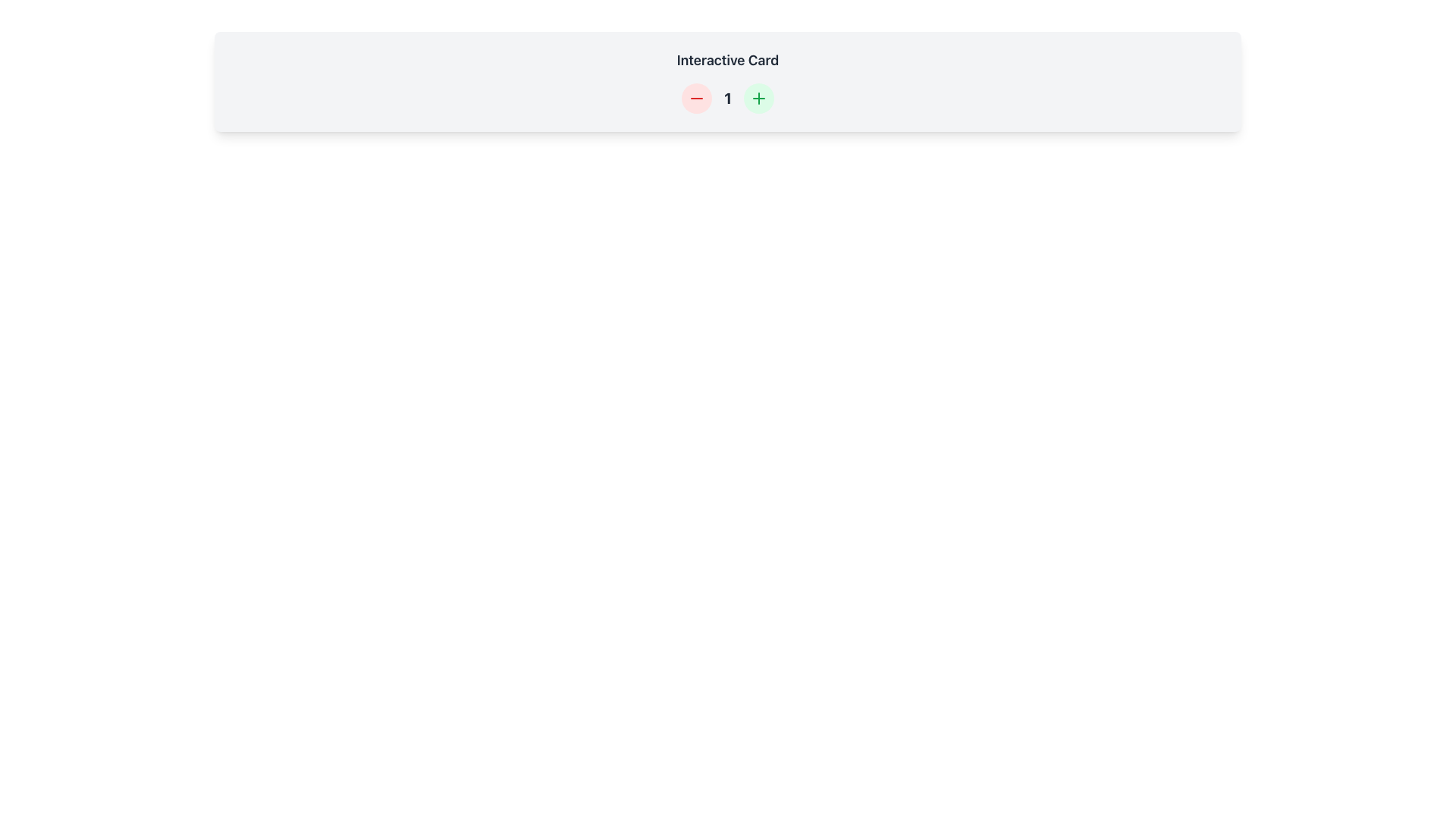 This screenshot has height=819, width=1456. I want to click on the value indicator text label located centrally between the increment and decrement circular buttons in the 'Interactive Card' group, so click(728, 99).